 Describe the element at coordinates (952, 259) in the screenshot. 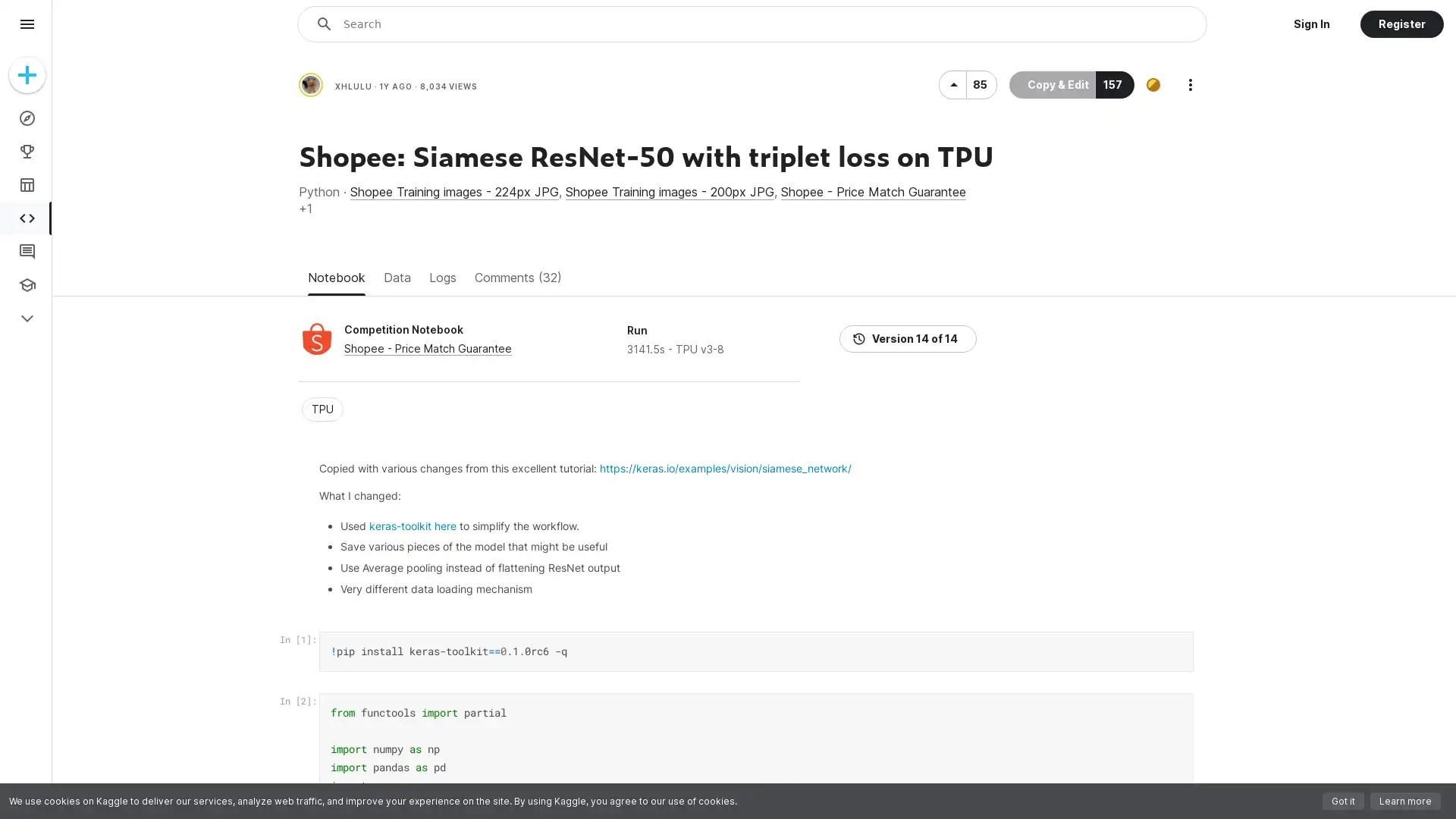

I see `arrow_drop_up` at that location.